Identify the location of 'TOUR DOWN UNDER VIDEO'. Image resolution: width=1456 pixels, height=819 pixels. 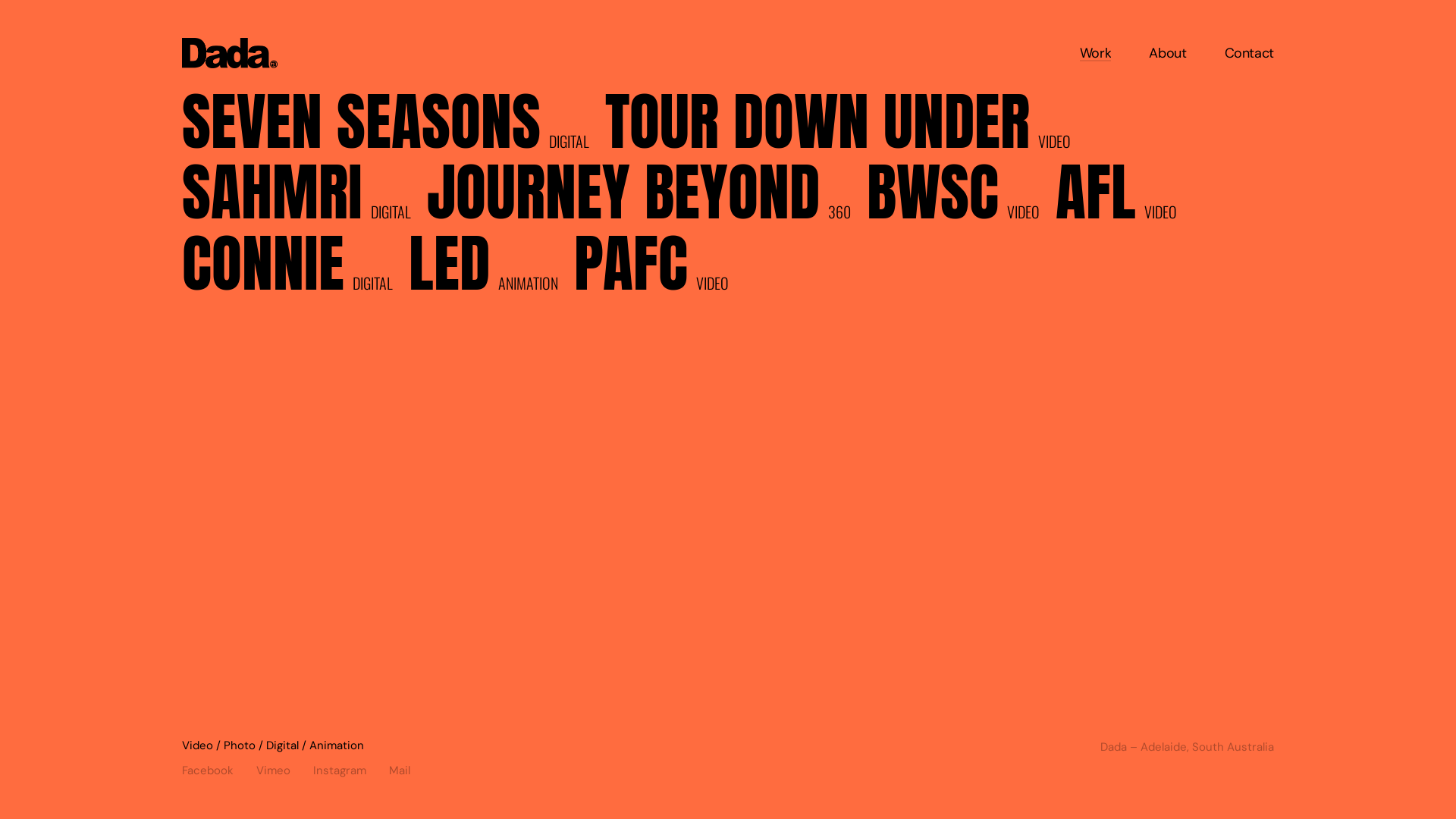
(844, 125).